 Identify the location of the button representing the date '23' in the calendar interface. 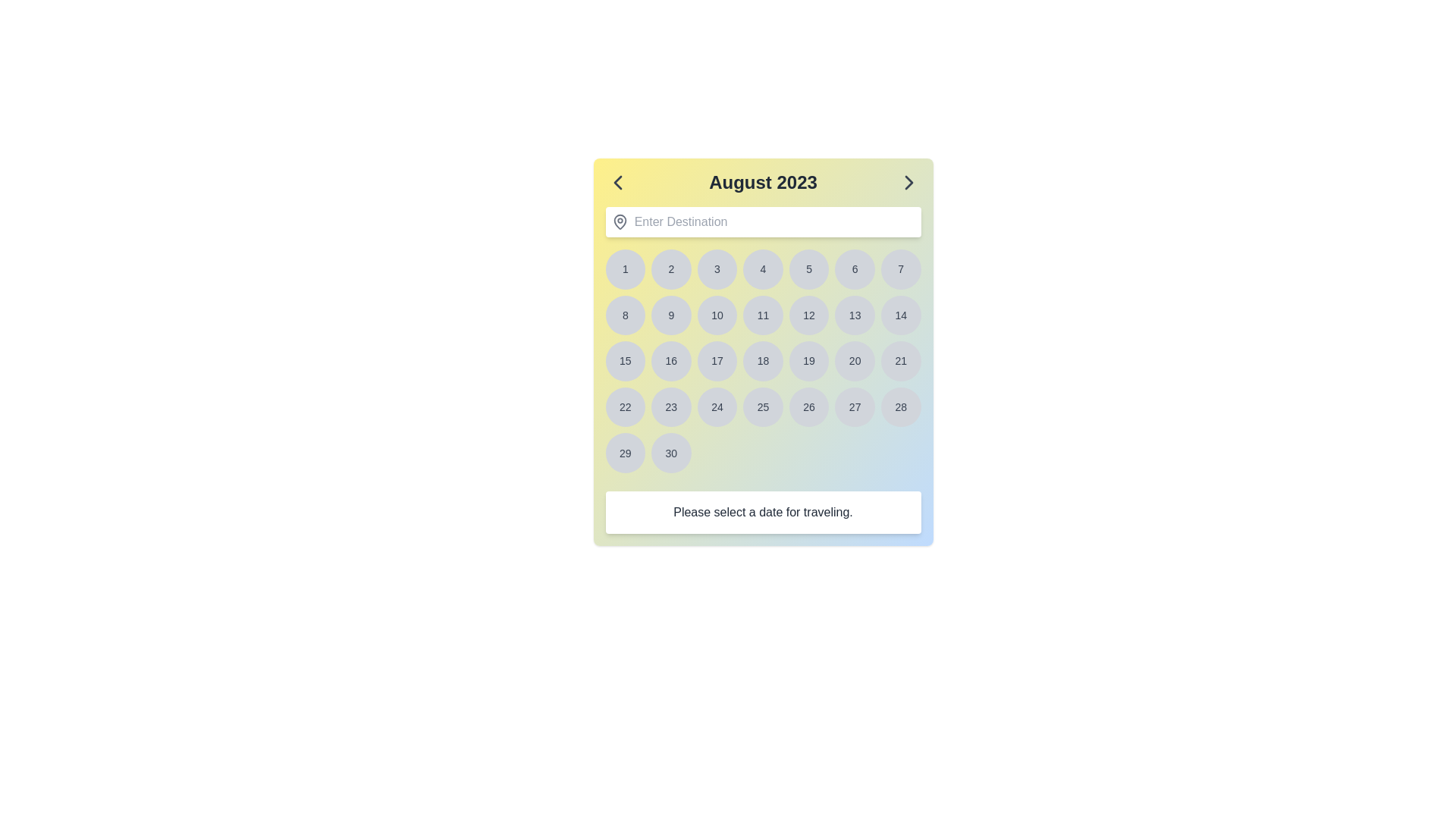
(670, 406).